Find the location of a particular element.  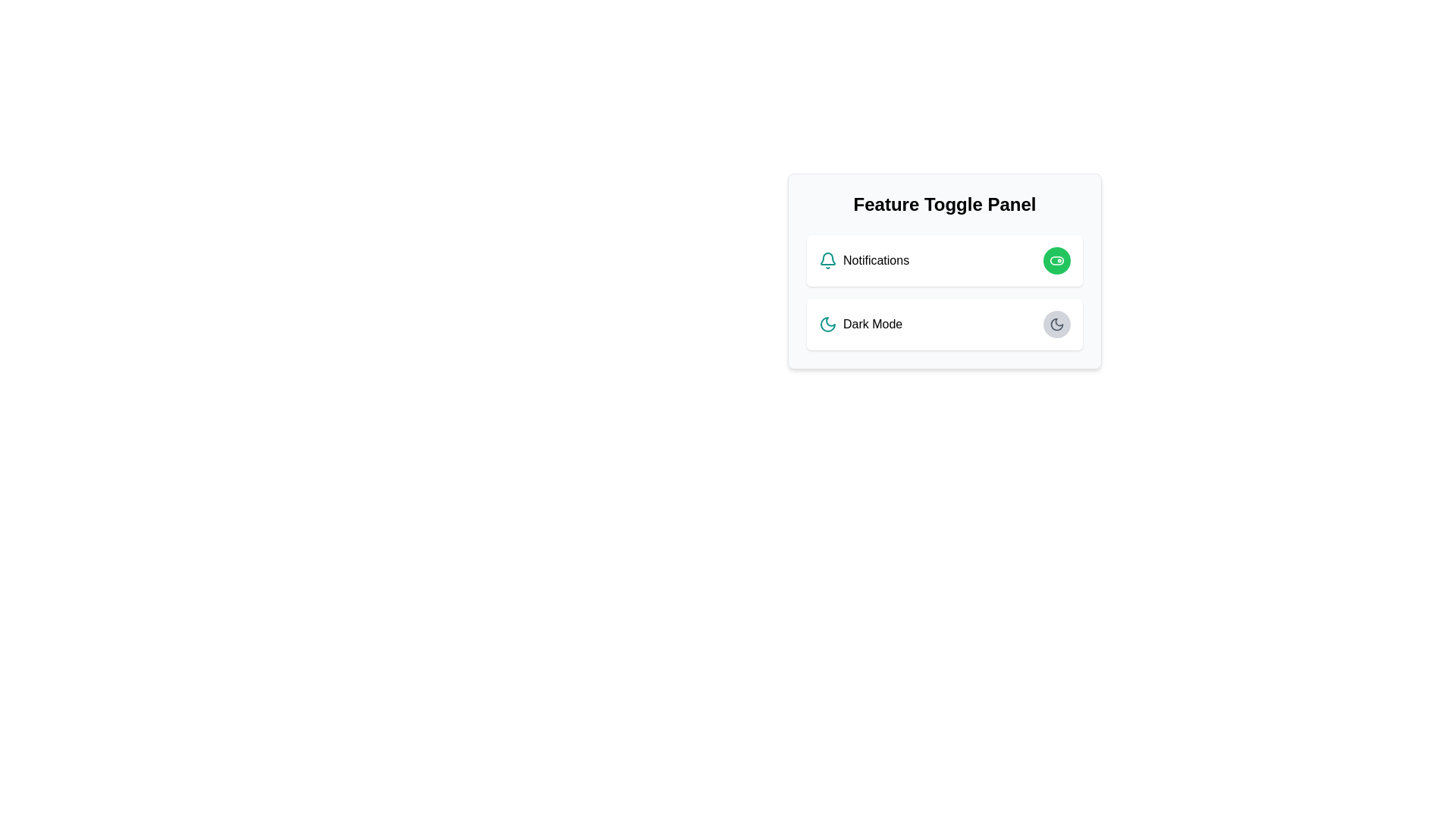

the Label with Icon that serves as a title for the Dark Mode feature toggle, located within the 'Feature Toggle Panel' card, positioned below 'Notifications' is located at coordinates (861, 324).